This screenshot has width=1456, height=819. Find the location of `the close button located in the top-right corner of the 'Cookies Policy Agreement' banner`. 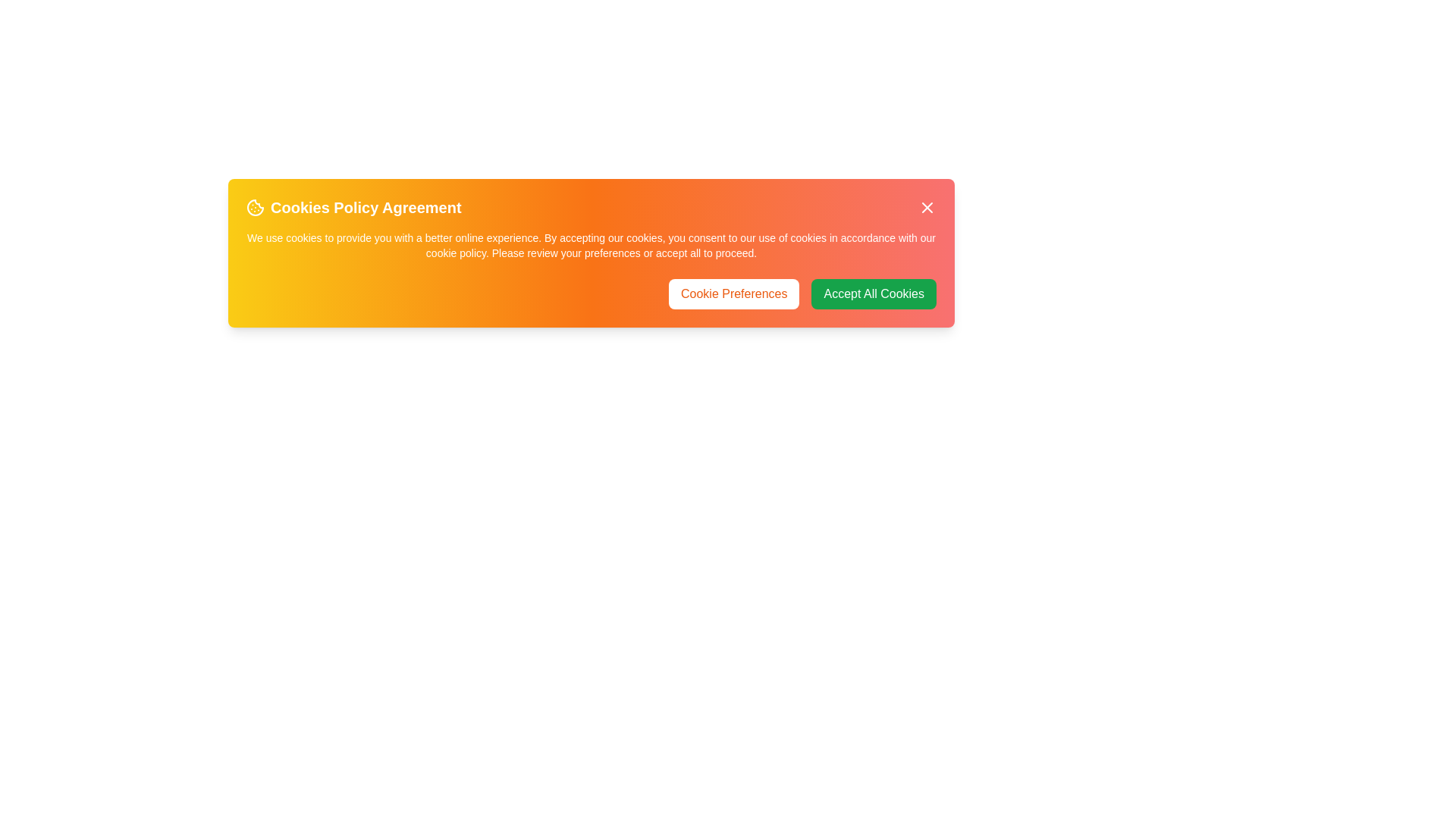

the close button located in the top-right corner of the 'Cookies Policy Agreement' banner is located at coordinates (927, 207).